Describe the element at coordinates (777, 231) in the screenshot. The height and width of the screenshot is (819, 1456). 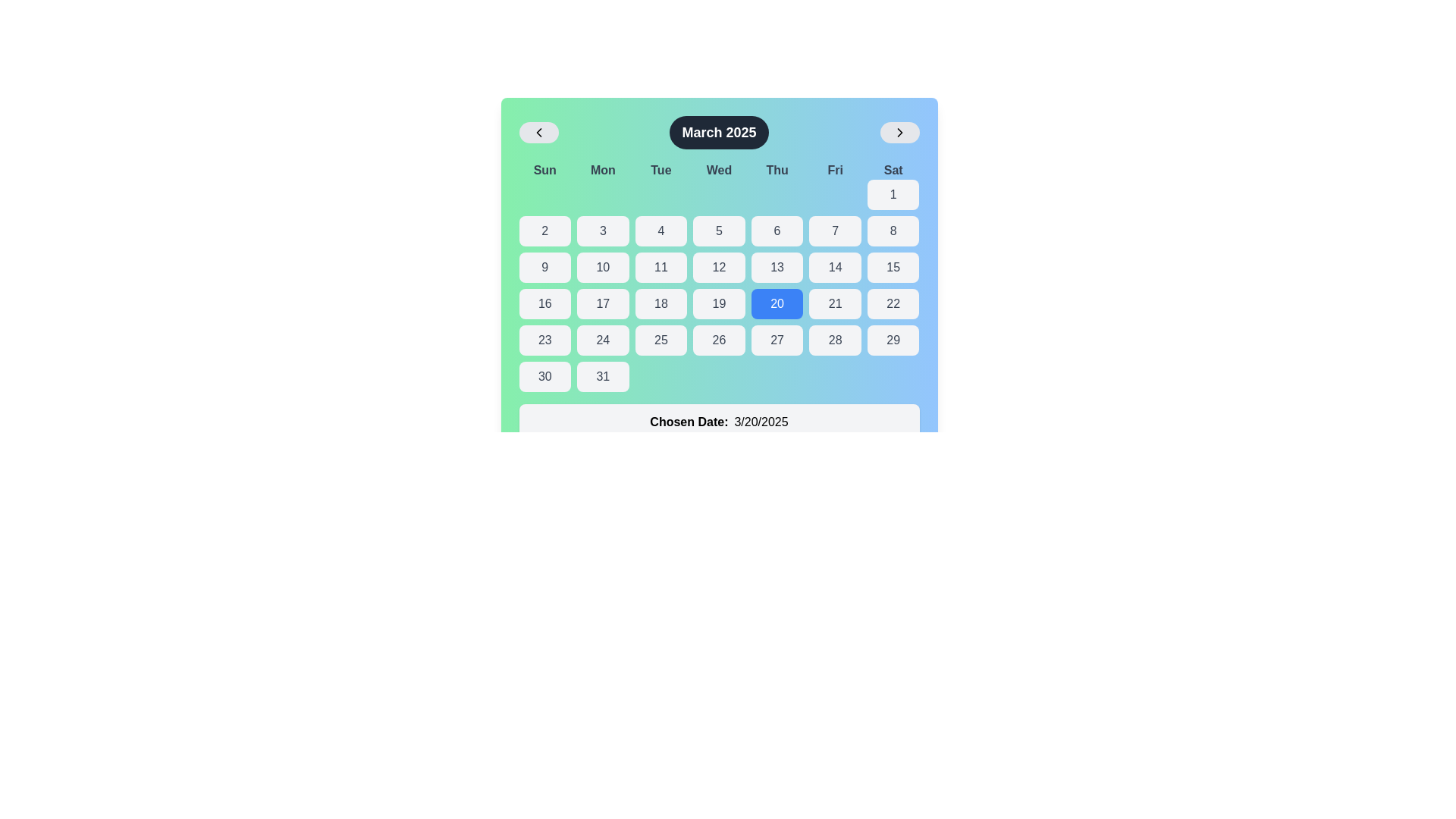
I see `the button representing the number '6' in the calendar grid layout` at that location.